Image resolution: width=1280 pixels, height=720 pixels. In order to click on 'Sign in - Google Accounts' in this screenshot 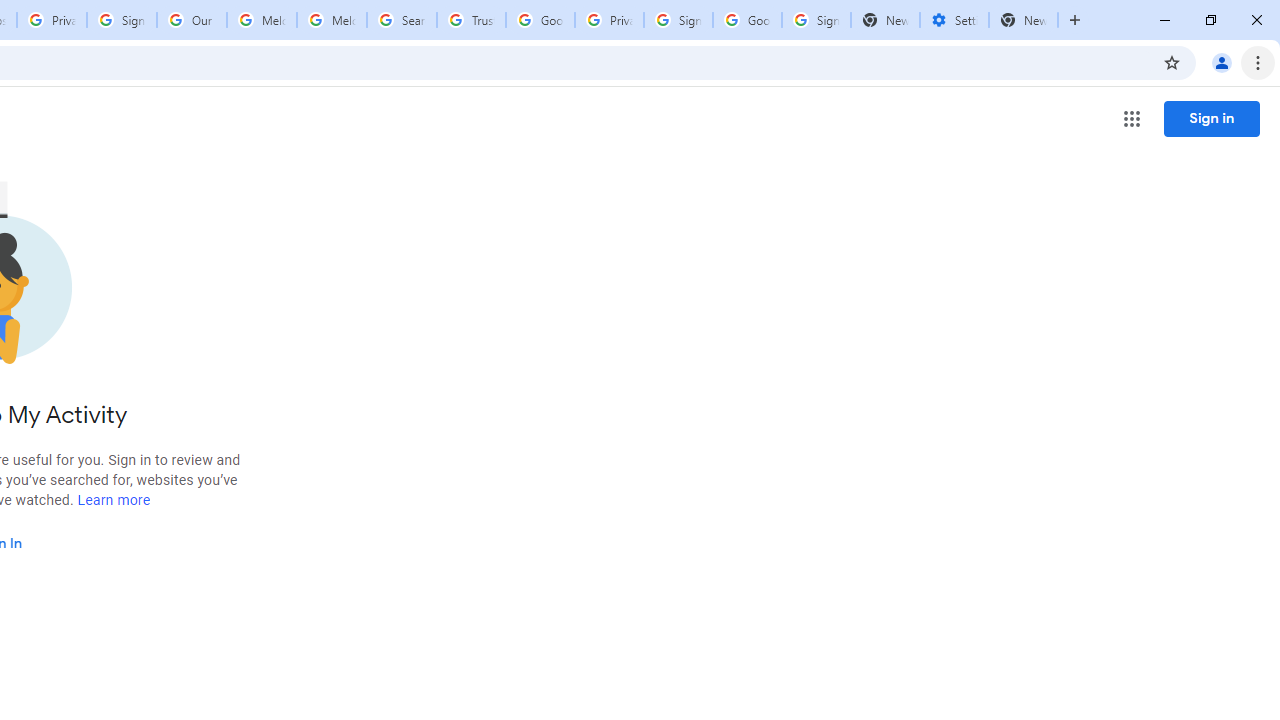, I will do `click(121, 20)`.